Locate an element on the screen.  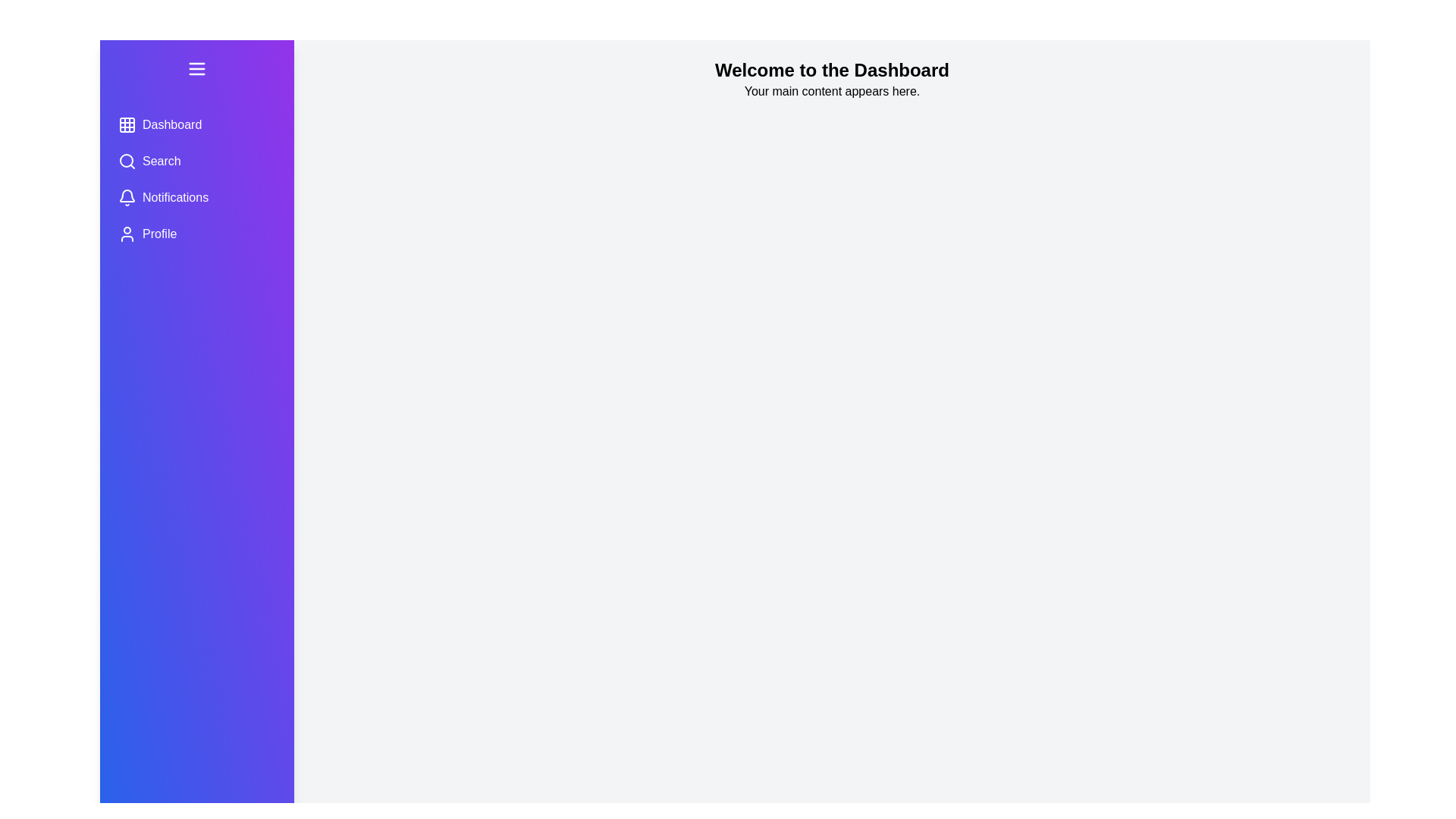
the 'Search' list item in the sidebar to navigate to the search page is located at coordinates (196, 161).